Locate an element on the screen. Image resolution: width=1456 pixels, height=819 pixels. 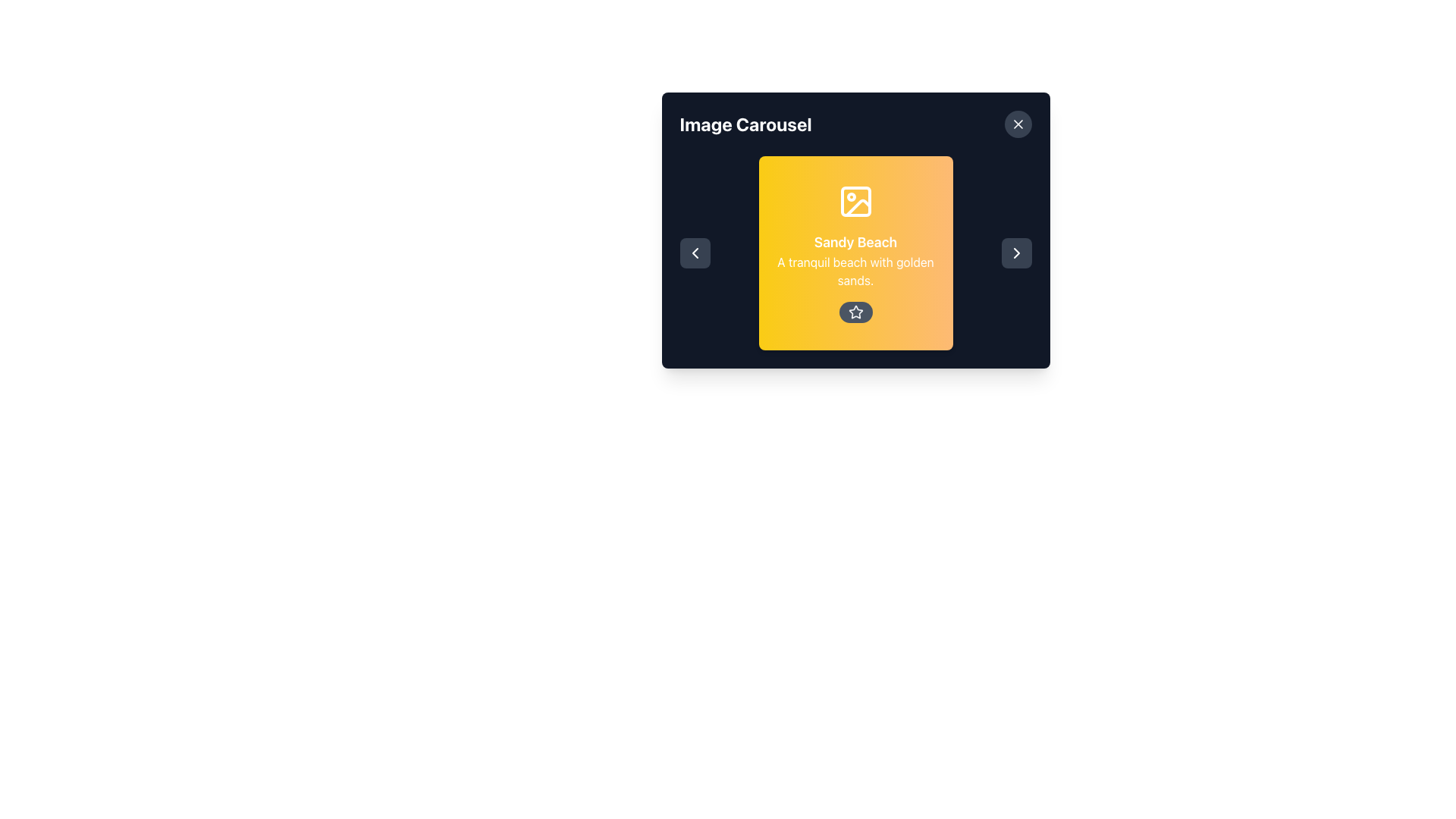
the small rectangular shape with rounded corners located within the graphical icon that depicts an image placeholder for 'Sandy Beach.' is located at coordinates (855, 201).